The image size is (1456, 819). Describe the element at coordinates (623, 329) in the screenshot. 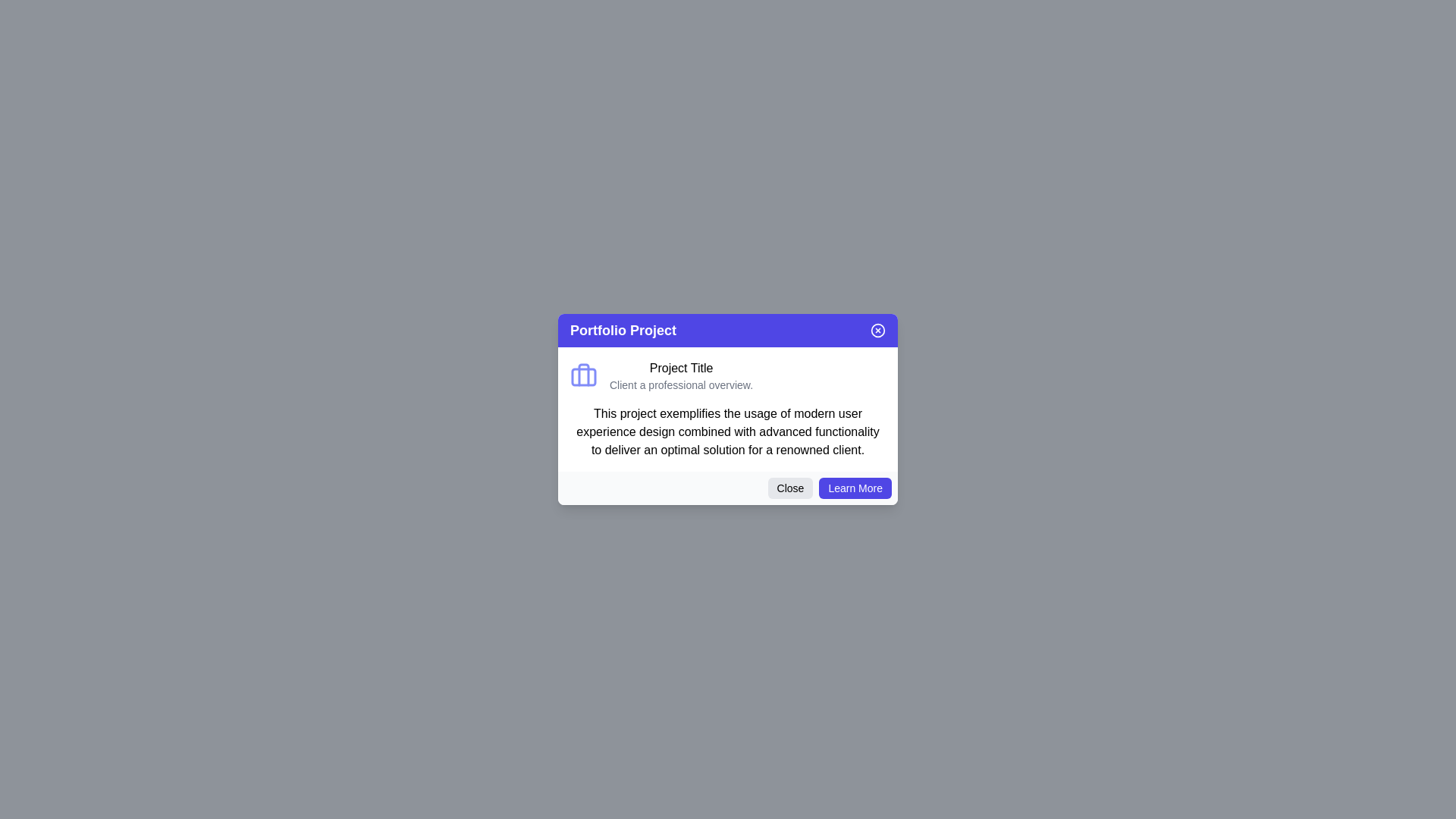

I see `the text label displaying 'Portfolio Project', which is located in the top-left area of the header section of a dialog box with a purple background` at that location.